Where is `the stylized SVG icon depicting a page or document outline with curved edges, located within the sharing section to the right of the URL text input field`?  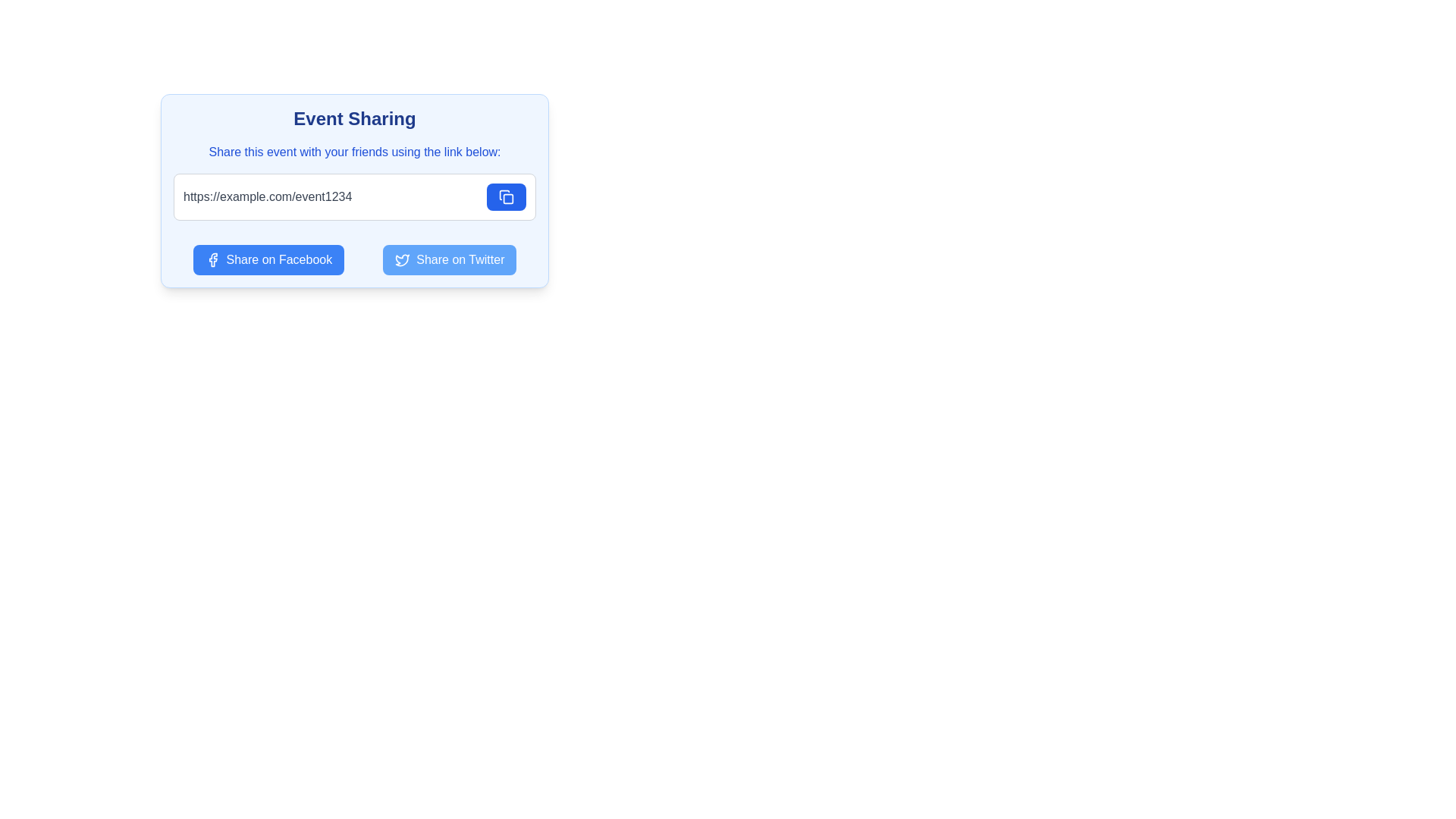
the stylized SVG icon depicting a page or document outline with curved edges, located within the sharing section to the right of the URL text input field is located at coordinates (504, 194).